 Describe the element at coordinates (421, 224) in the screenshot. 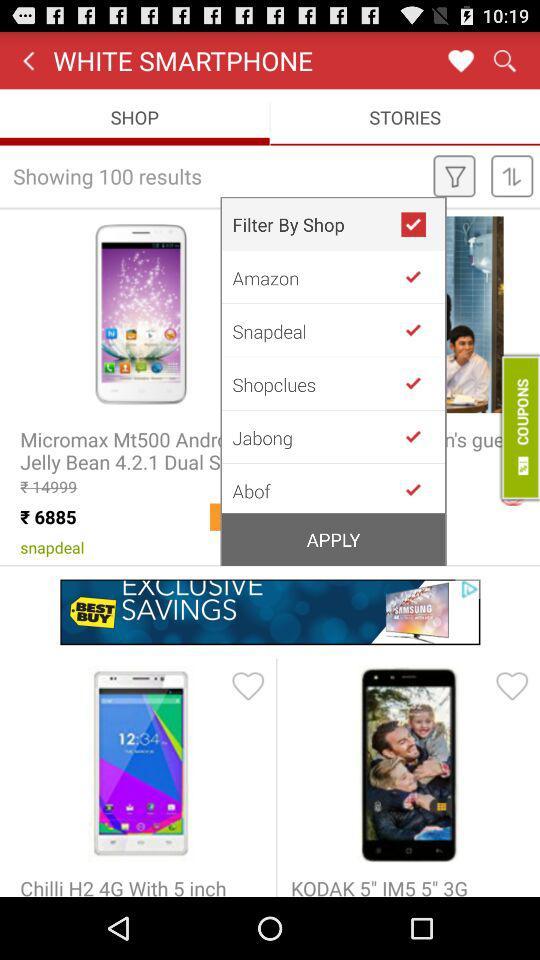

I see `turn on filter by shop` at that location.